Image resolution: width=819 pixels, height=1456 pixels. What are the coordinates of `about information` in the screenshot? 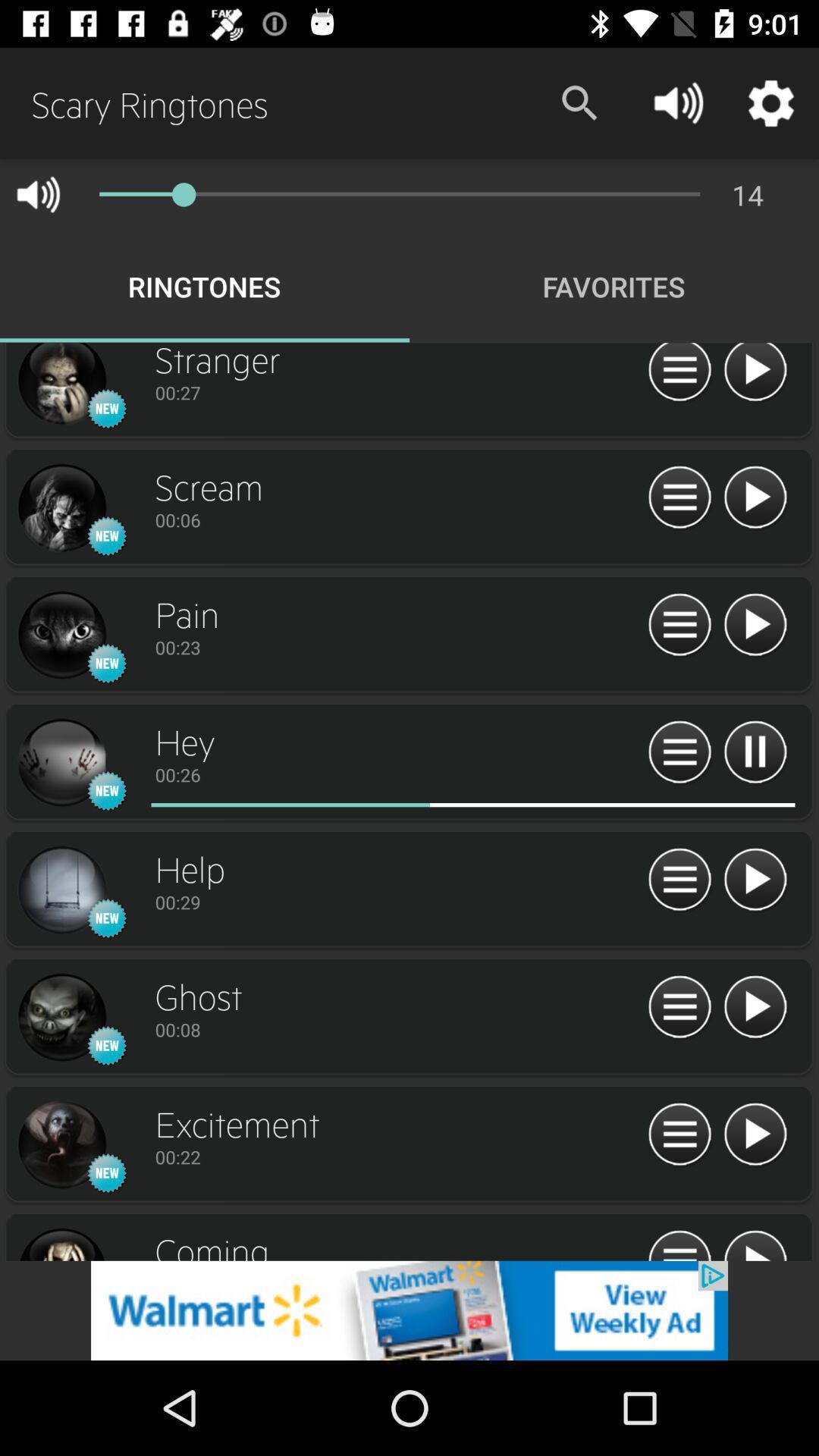 It's located at (679, 1008).